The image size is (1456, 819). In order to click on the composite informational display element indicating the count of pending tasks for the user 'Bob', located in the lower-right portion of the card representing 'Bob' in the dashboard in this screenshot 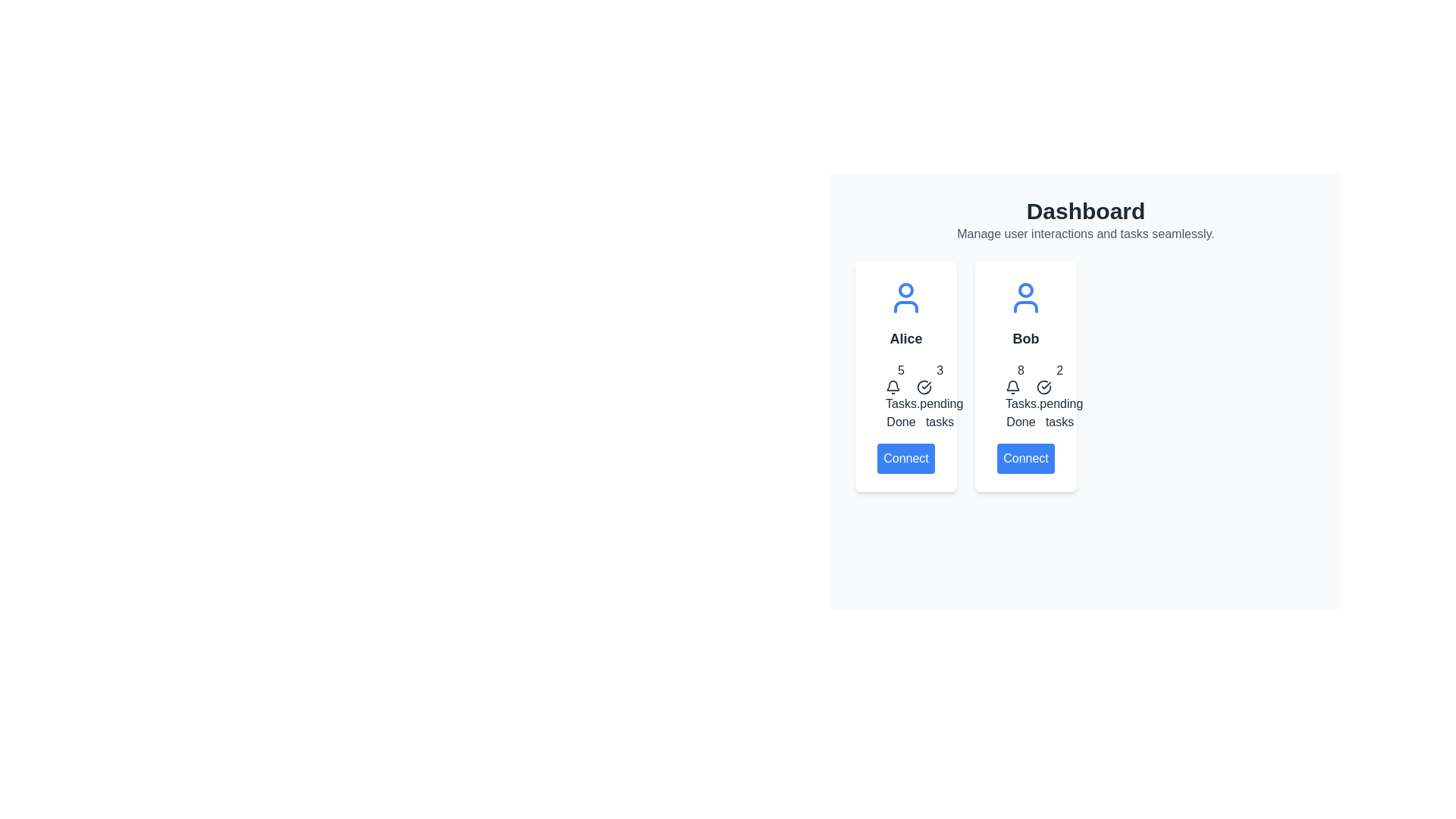, I will do `click(1059, 396)`.